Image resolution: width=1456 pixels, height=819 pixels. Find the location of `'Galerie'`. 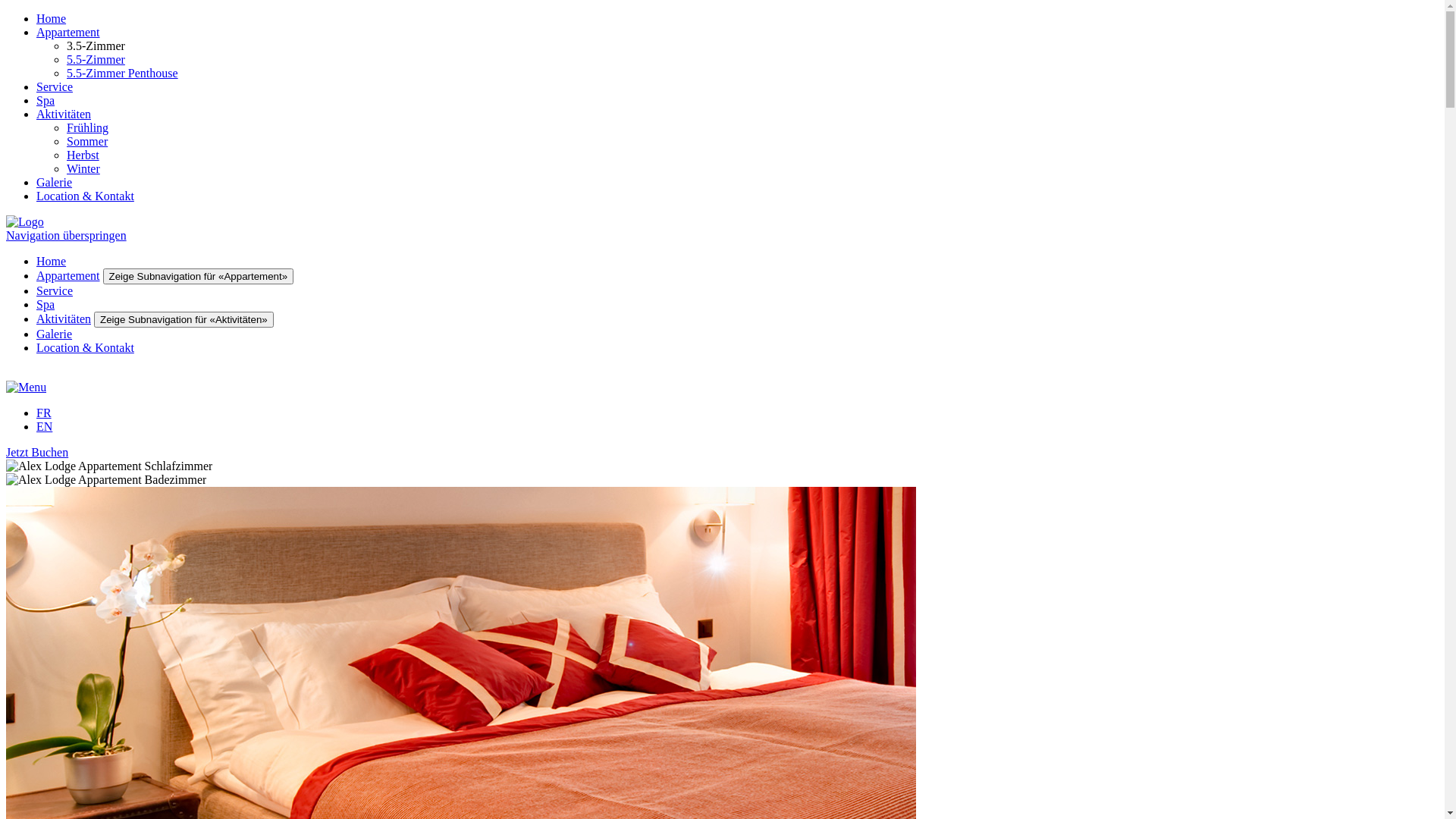

'Galerie' is located at coordinates (36, 333).